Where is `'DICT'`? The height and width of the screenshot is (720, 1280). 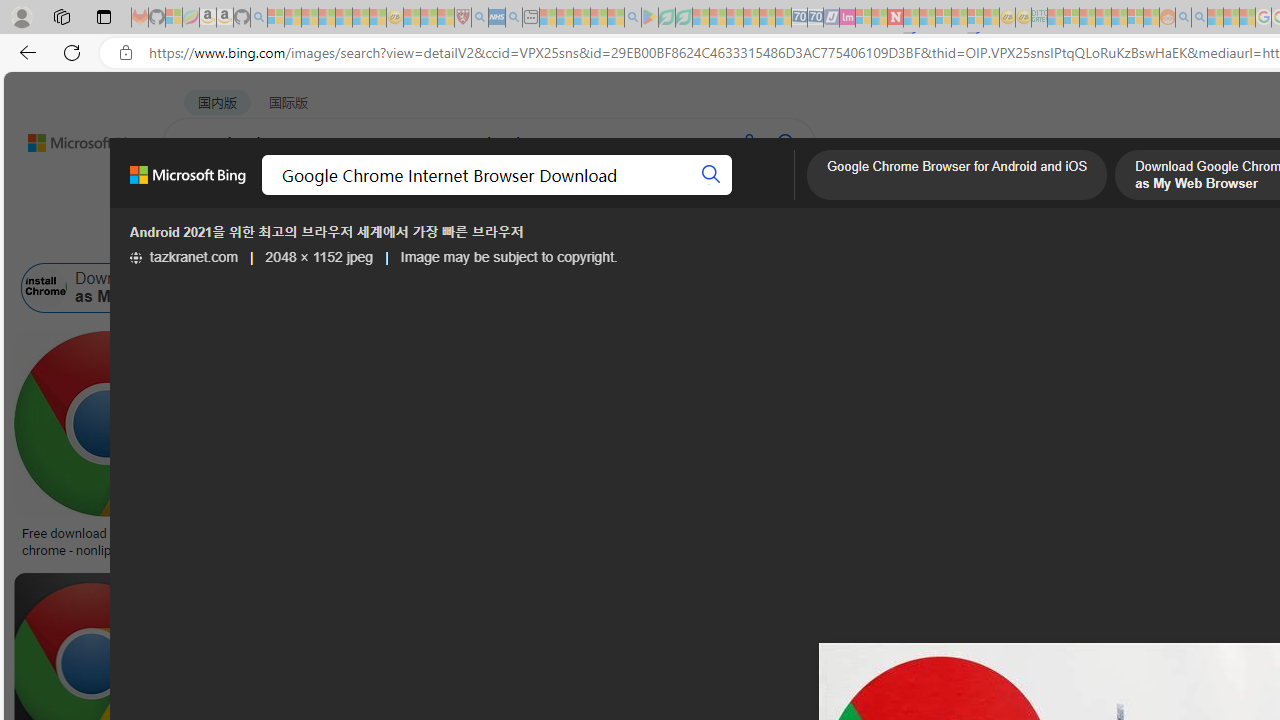 'DICT' is located at coordinates (717, 195).